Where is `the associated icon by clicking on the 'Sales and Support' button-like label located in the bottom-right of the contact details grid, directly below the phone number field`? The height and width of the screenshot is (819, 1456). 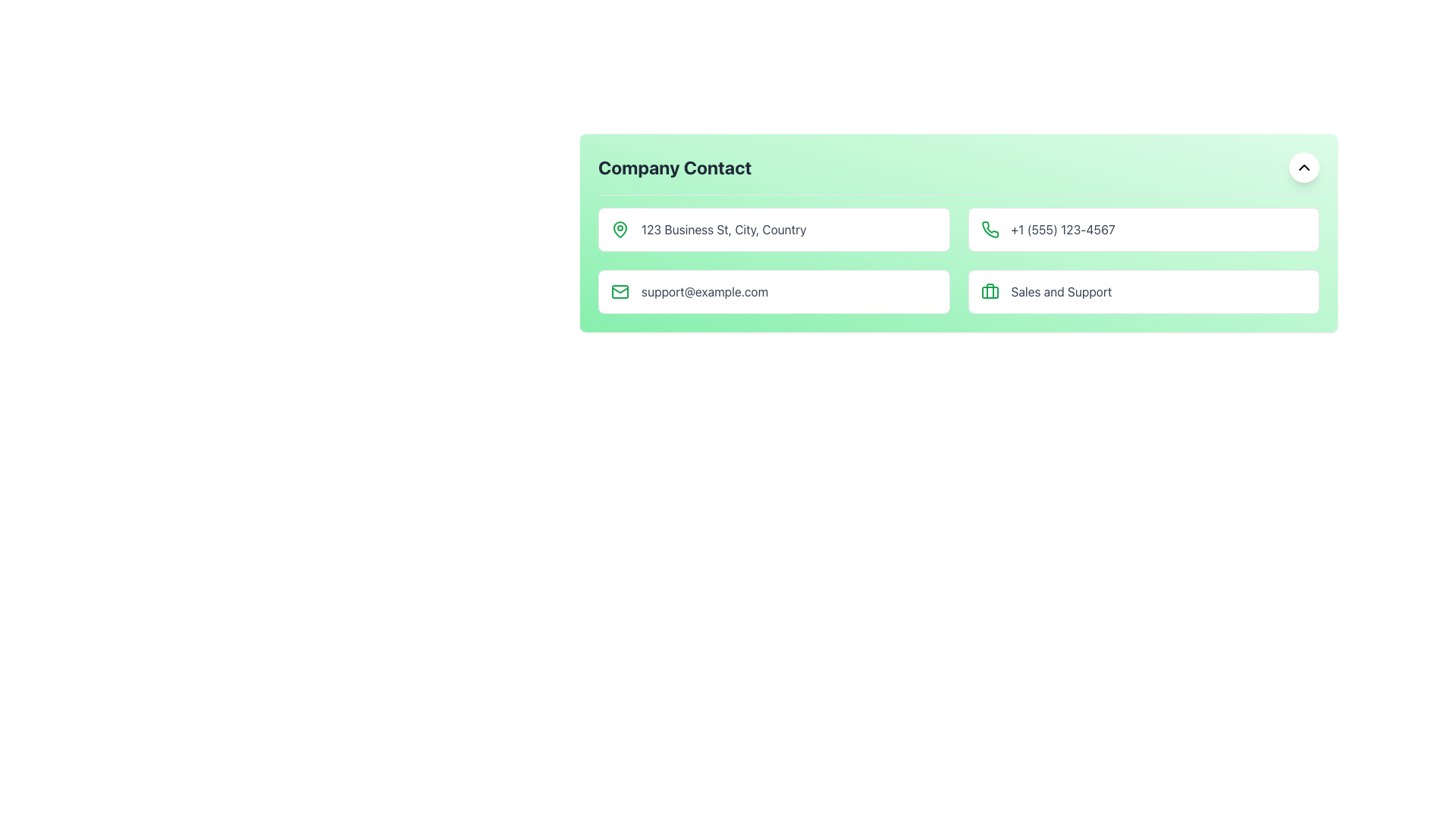
the associated icon by clicking on the 'Sales and Support' button-like label located in the bottom-right of the contact details grid, directly below the phone number field is located at coordinates (1143, 292).